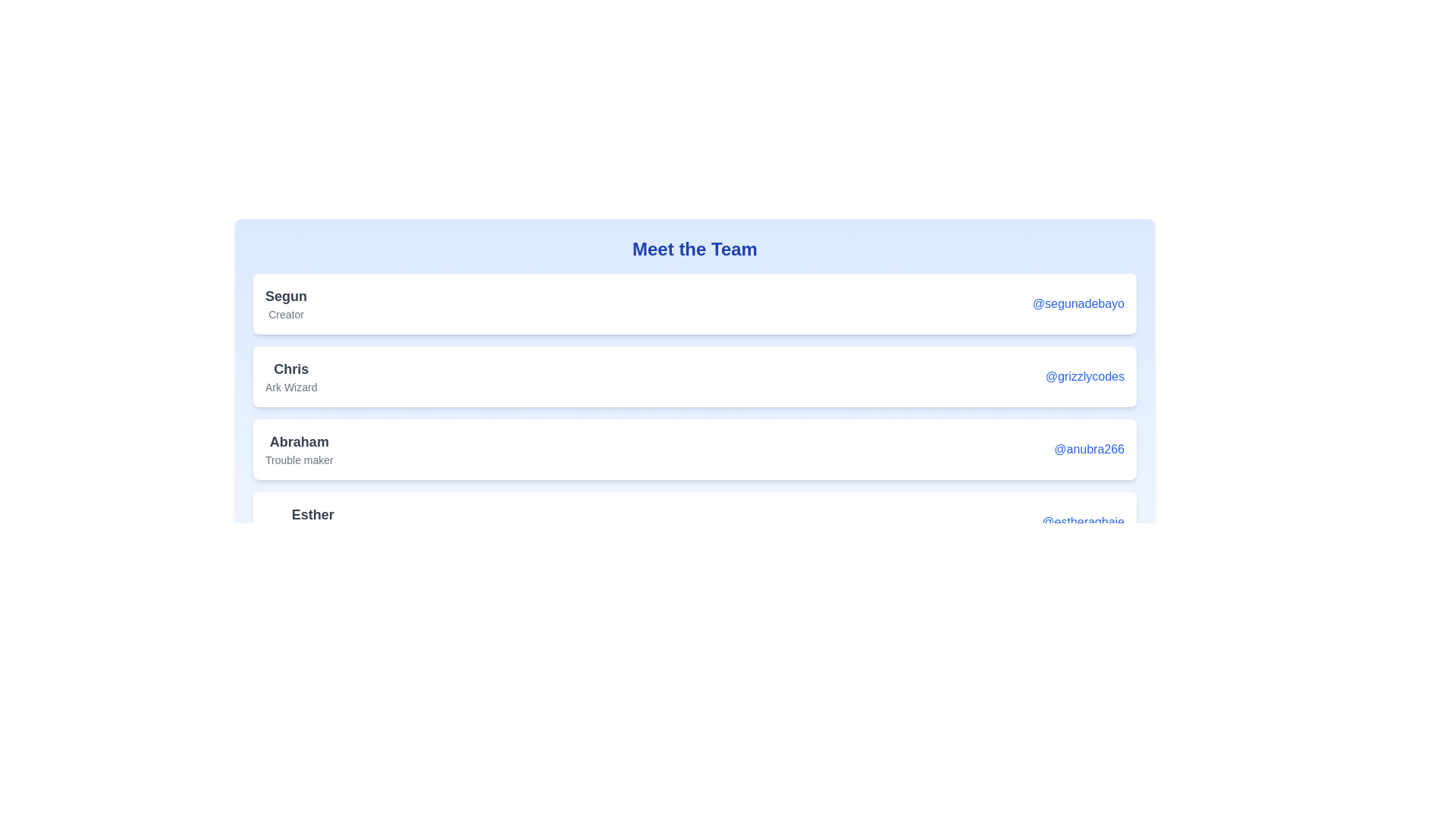 The width and height of the screenshot is (1456, 819). Describe the element at coordinates (286, 314) in the screenshot. I see `the static text label displaying the role or title of the individual named 'Segun' in the team listing` at that location.